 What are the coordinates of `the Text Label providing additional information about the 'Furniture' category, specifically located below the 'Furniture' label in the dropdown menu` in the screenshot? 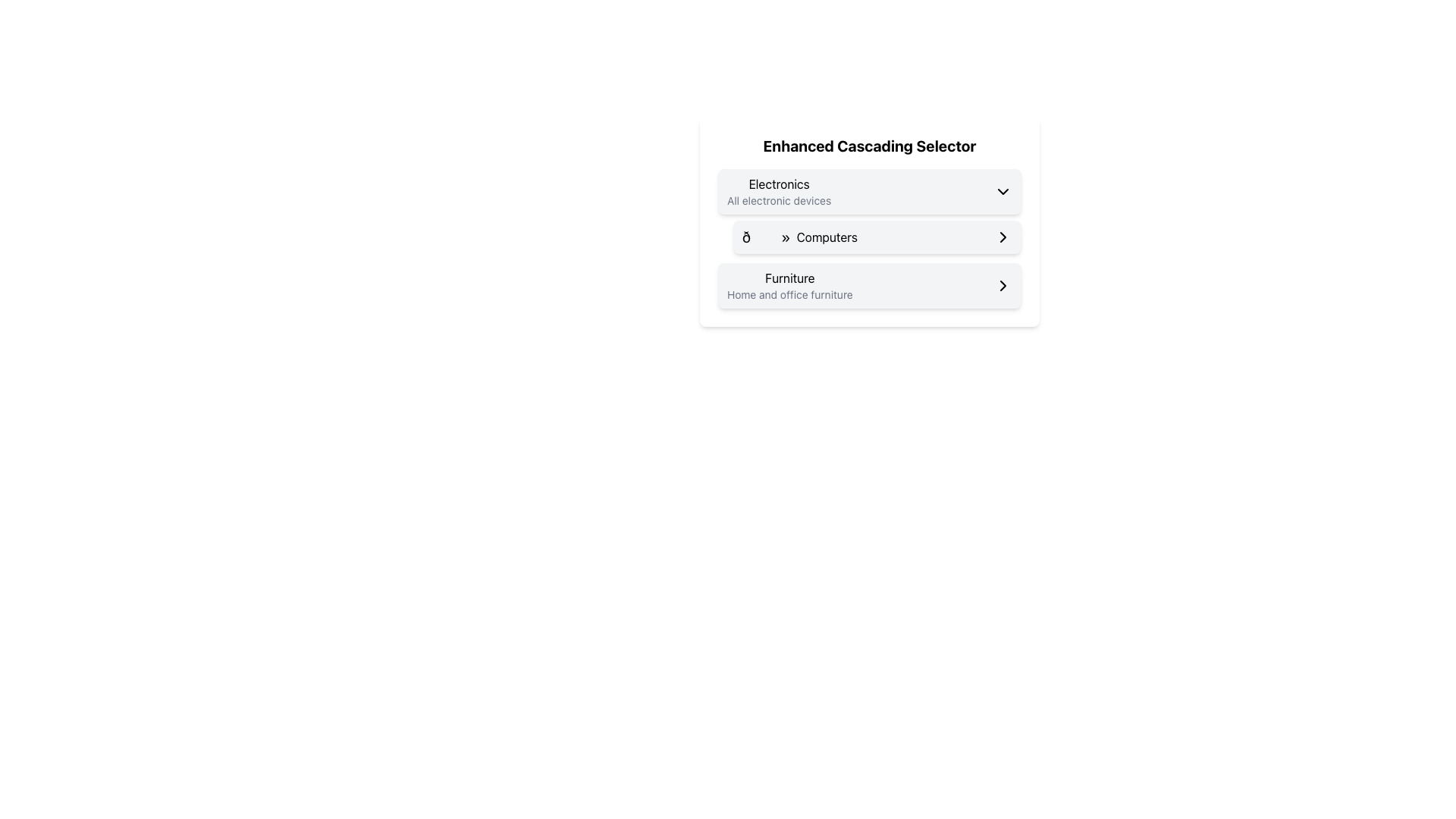 It's located at (789, 295).